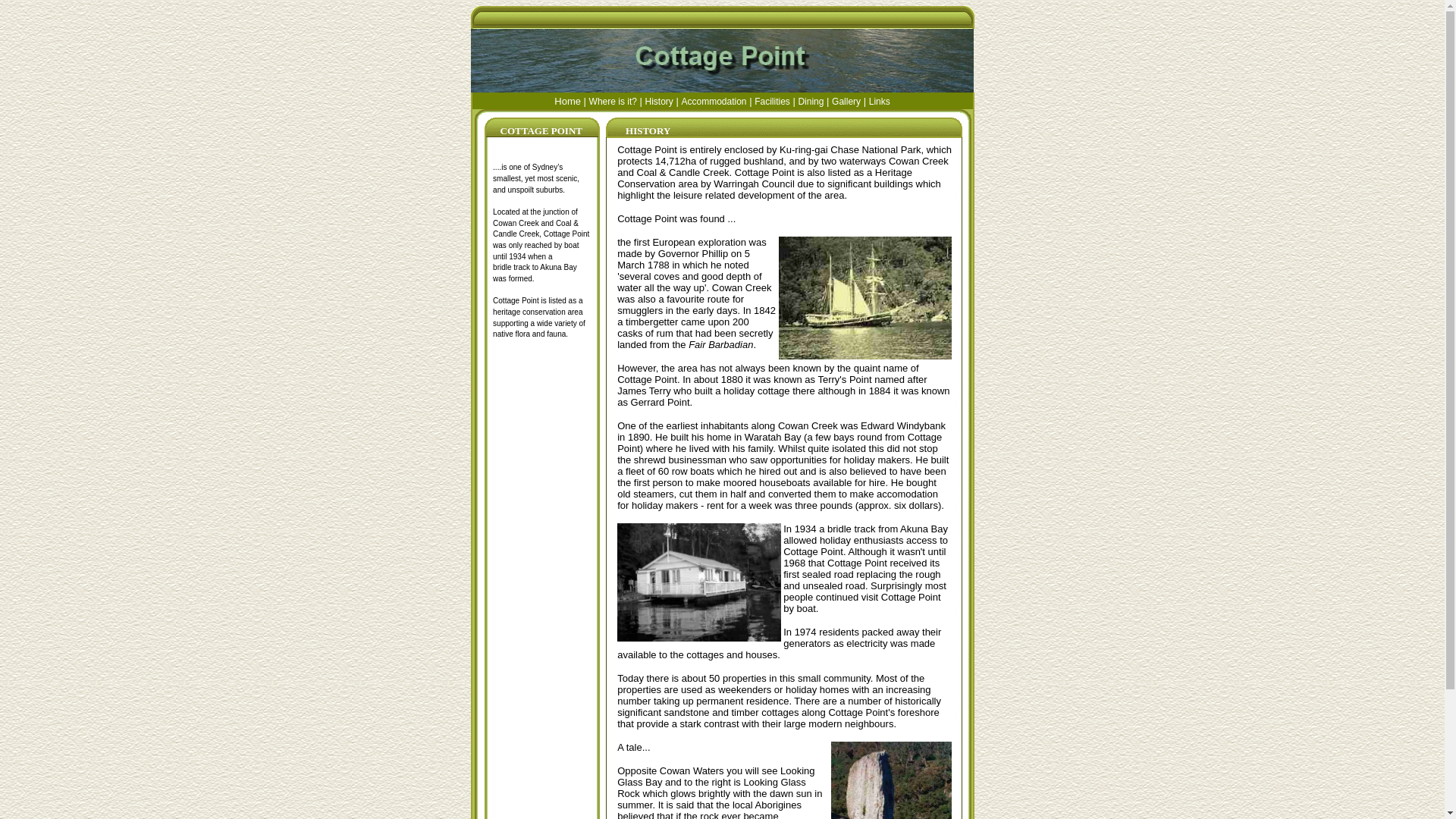  Describe the element at coordinates (659, 100) in the screenshot. I see `'History'` at that location.